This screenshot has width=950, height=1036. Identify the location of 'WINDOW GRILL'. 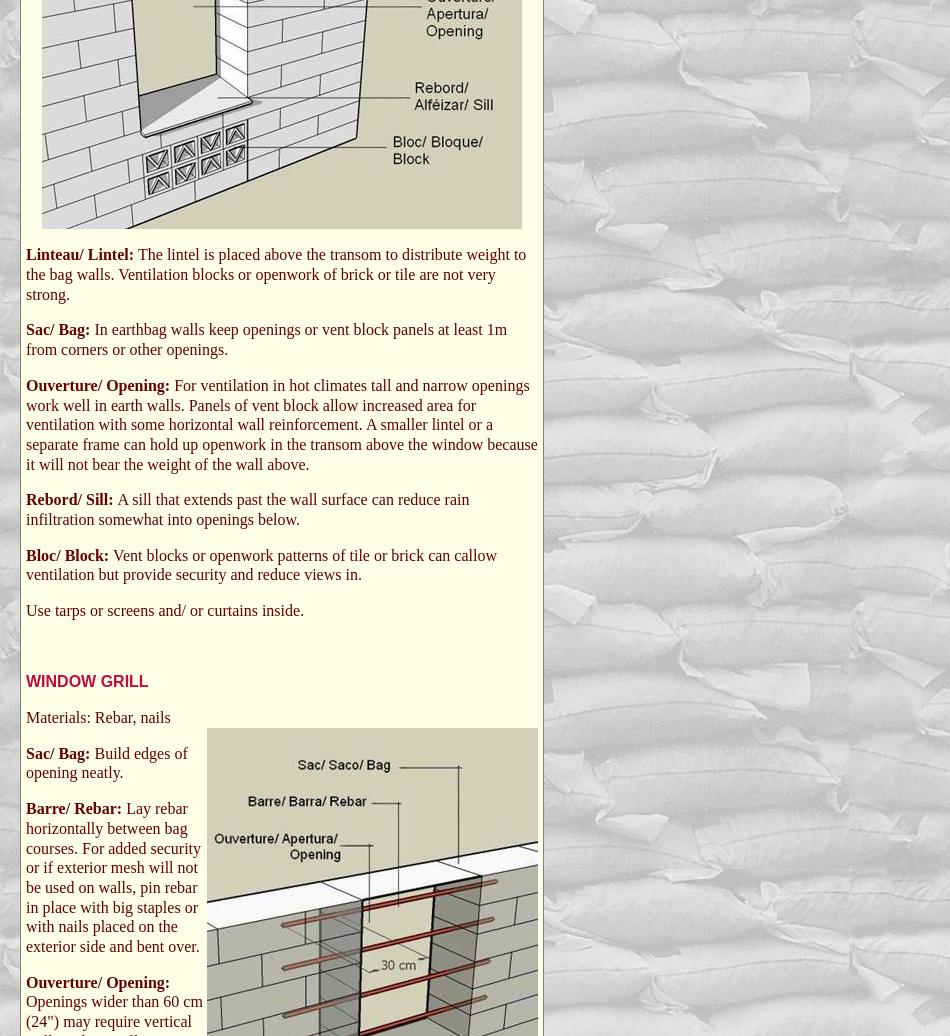
(87, 681).